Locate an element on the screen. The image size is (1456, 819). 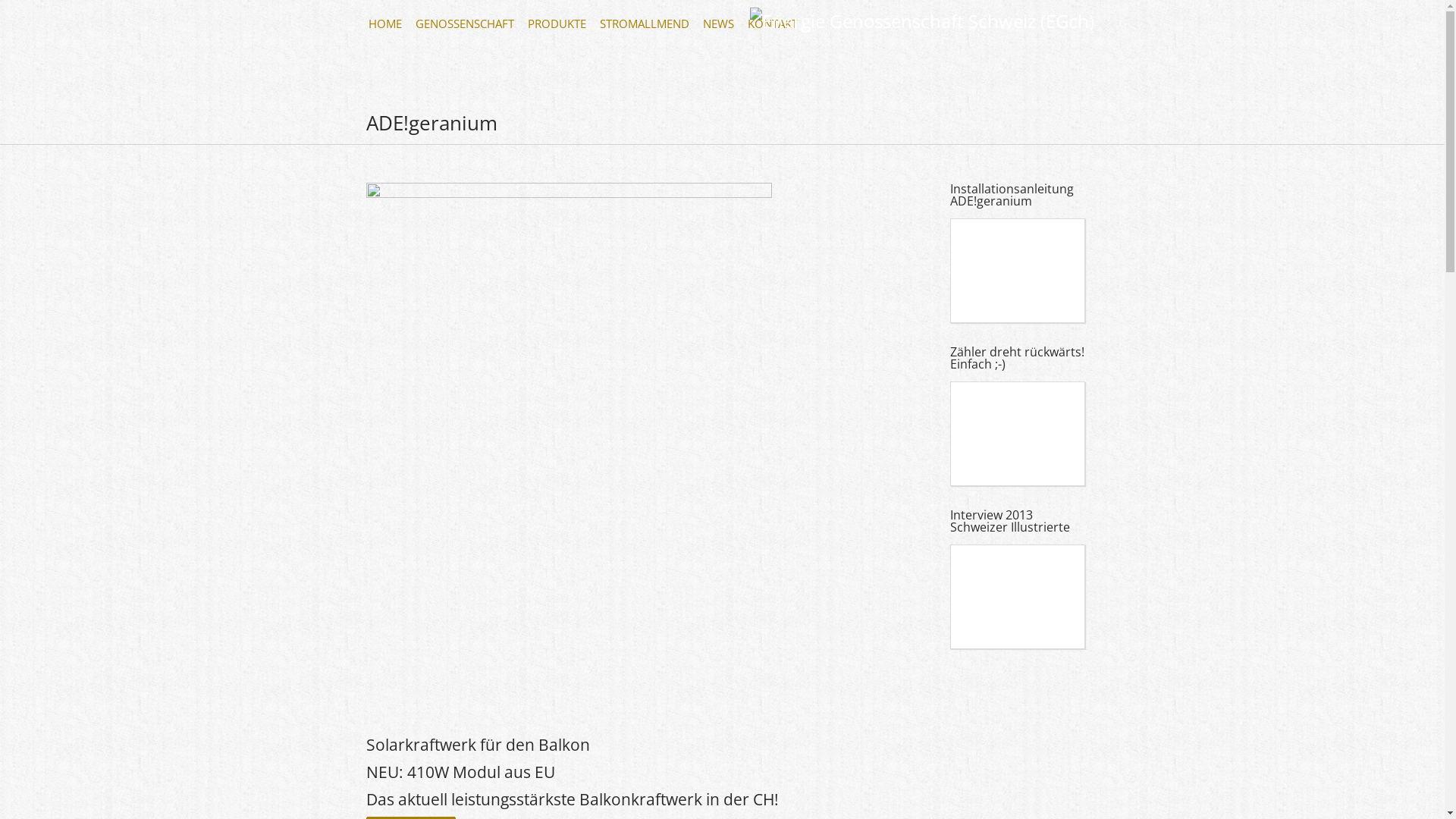
'KONTAKT ' is located at coordinates (772, 19).